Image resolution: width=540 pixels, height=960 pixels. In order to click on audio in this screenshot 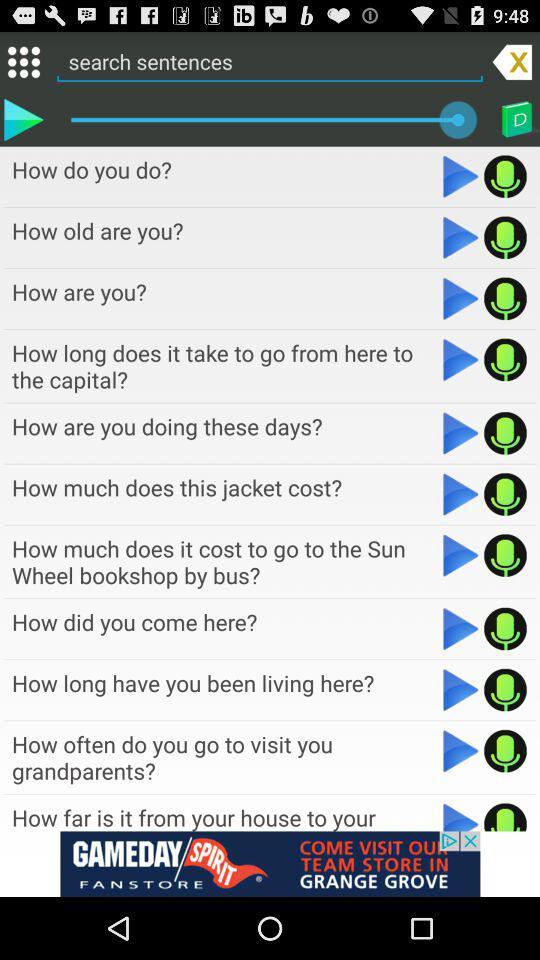, I will do `click(461, 816)`.